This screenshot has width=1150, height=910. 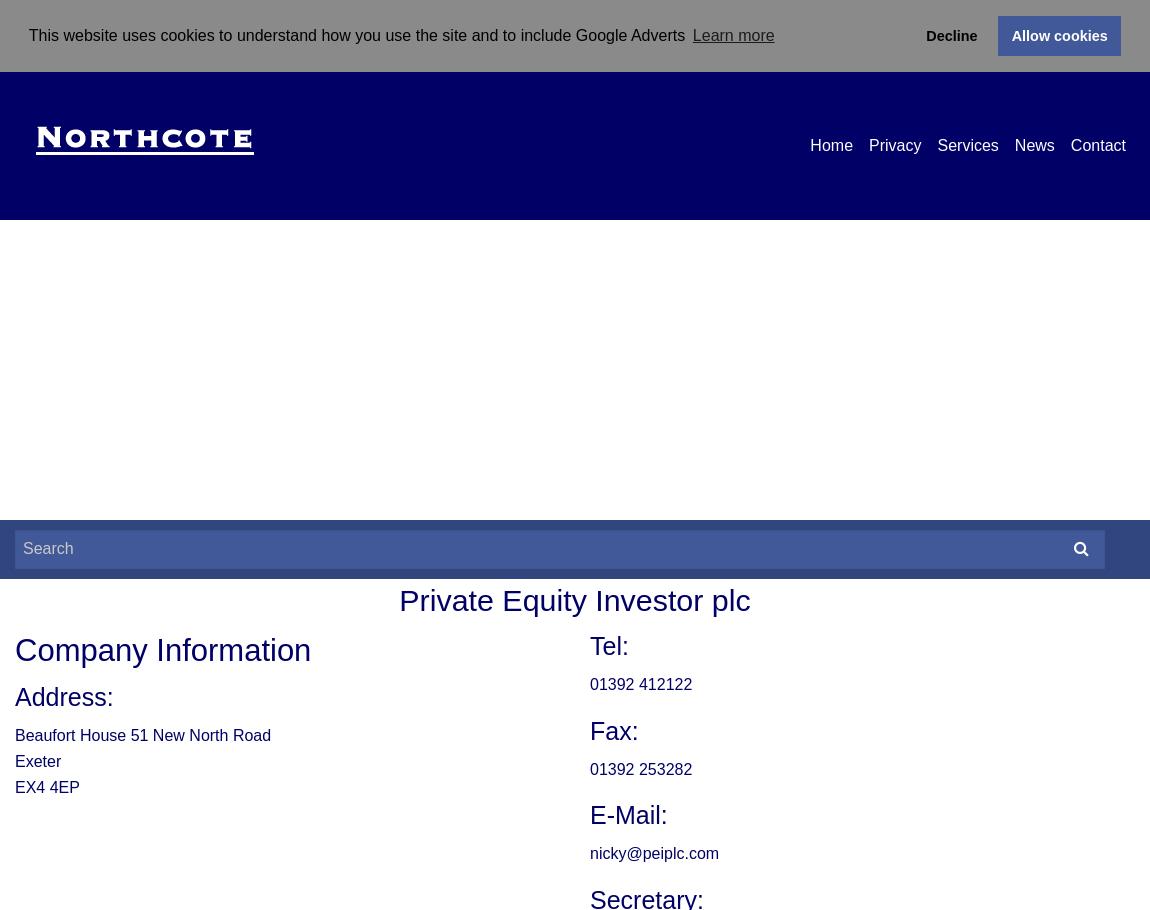 I want to click on 'Fax:', so click(x=588, y=729).